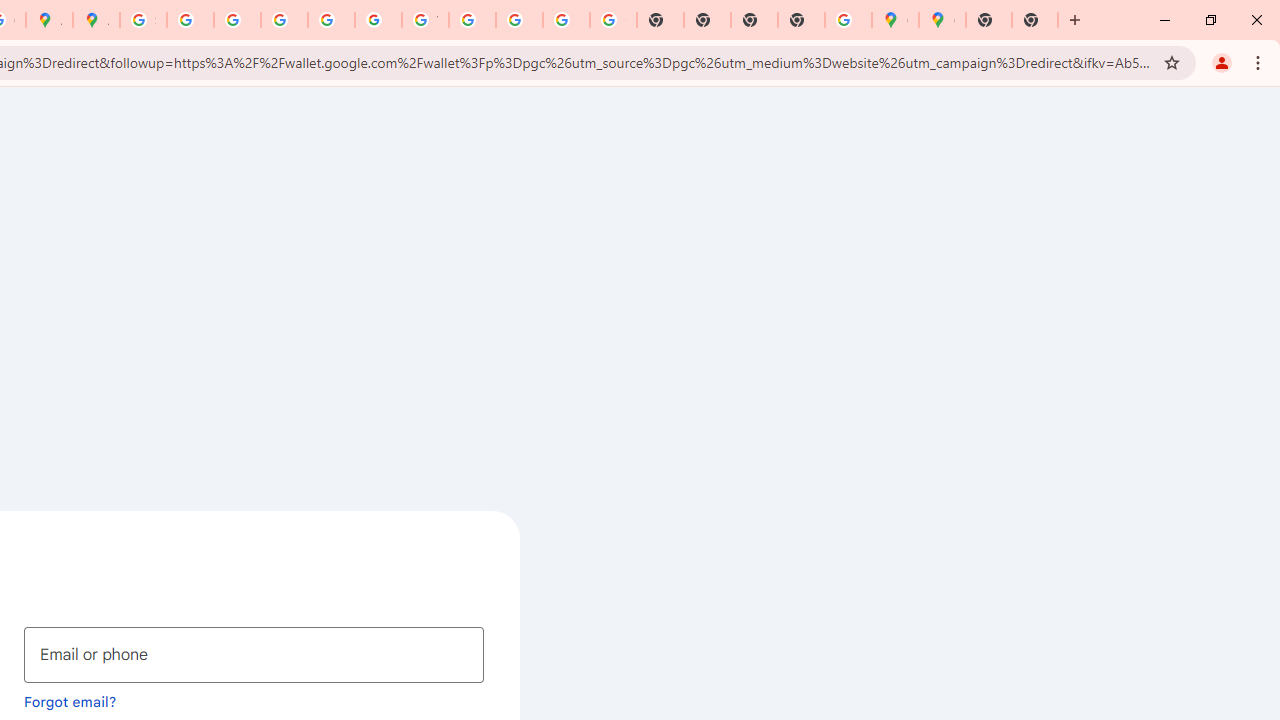 This screenshot has height=720, width=1280. What do you see at coordinates (941, 20) in the screenshot?
I see `'Google Maps'` at bounding box center [941, 20].